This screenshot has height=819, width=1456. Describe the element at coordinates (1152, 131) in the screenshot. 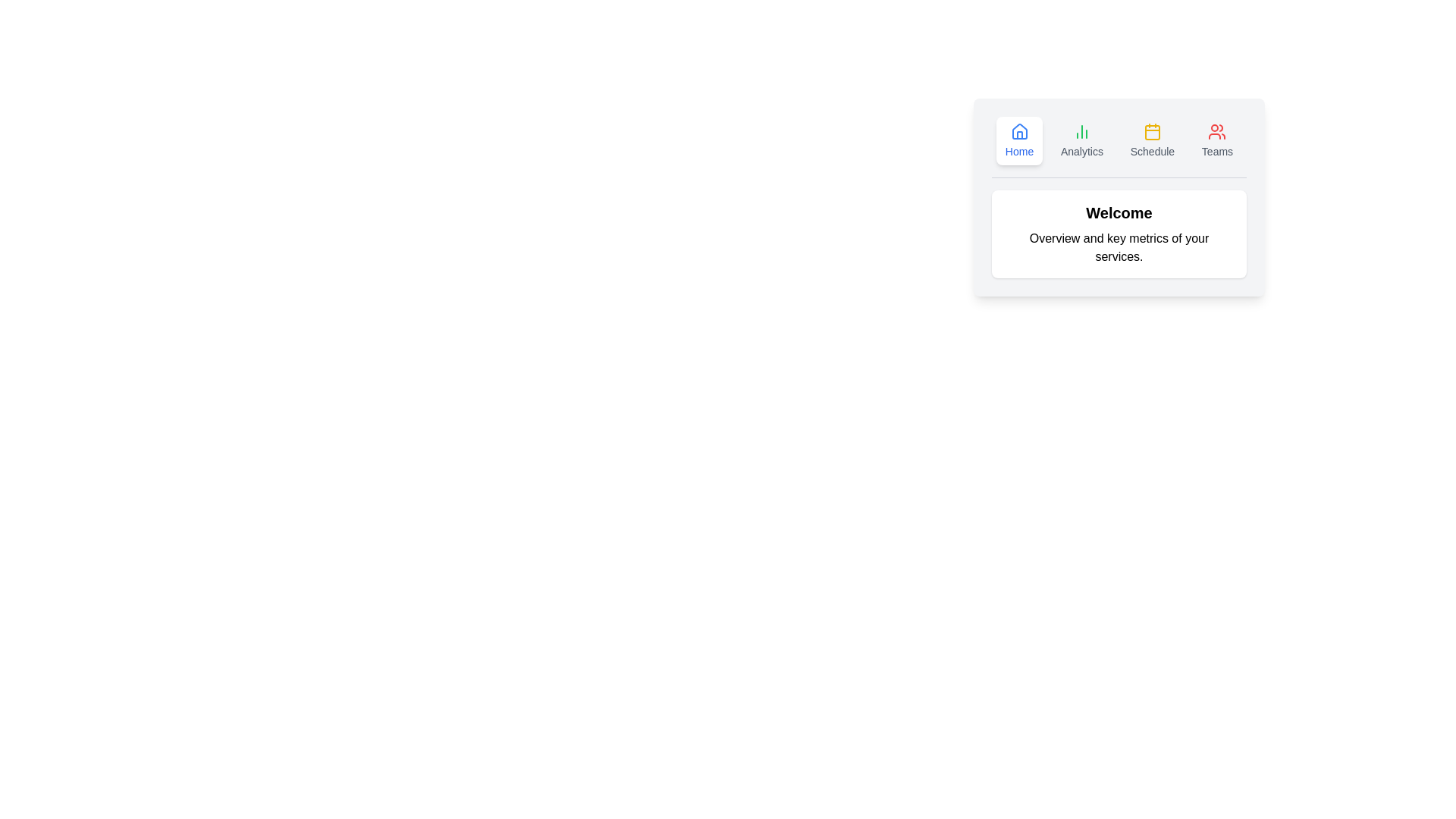

I see `the yellow calendar icon located under the 'Schedule' text label in the navigation menu` at that location.